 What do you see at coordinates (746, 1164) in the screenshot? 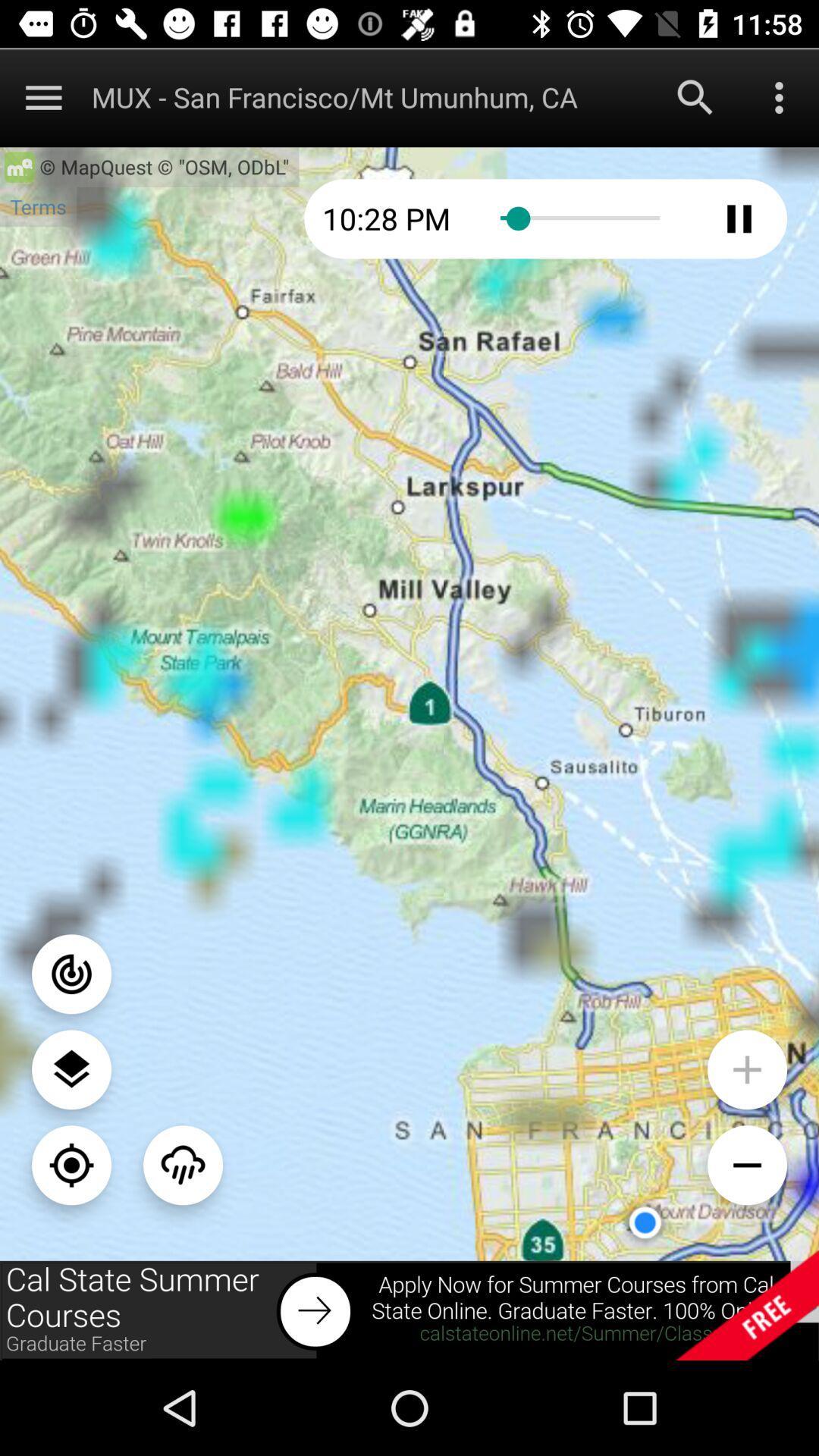
I see `the minus icon` at bounding box center [746, 1164].